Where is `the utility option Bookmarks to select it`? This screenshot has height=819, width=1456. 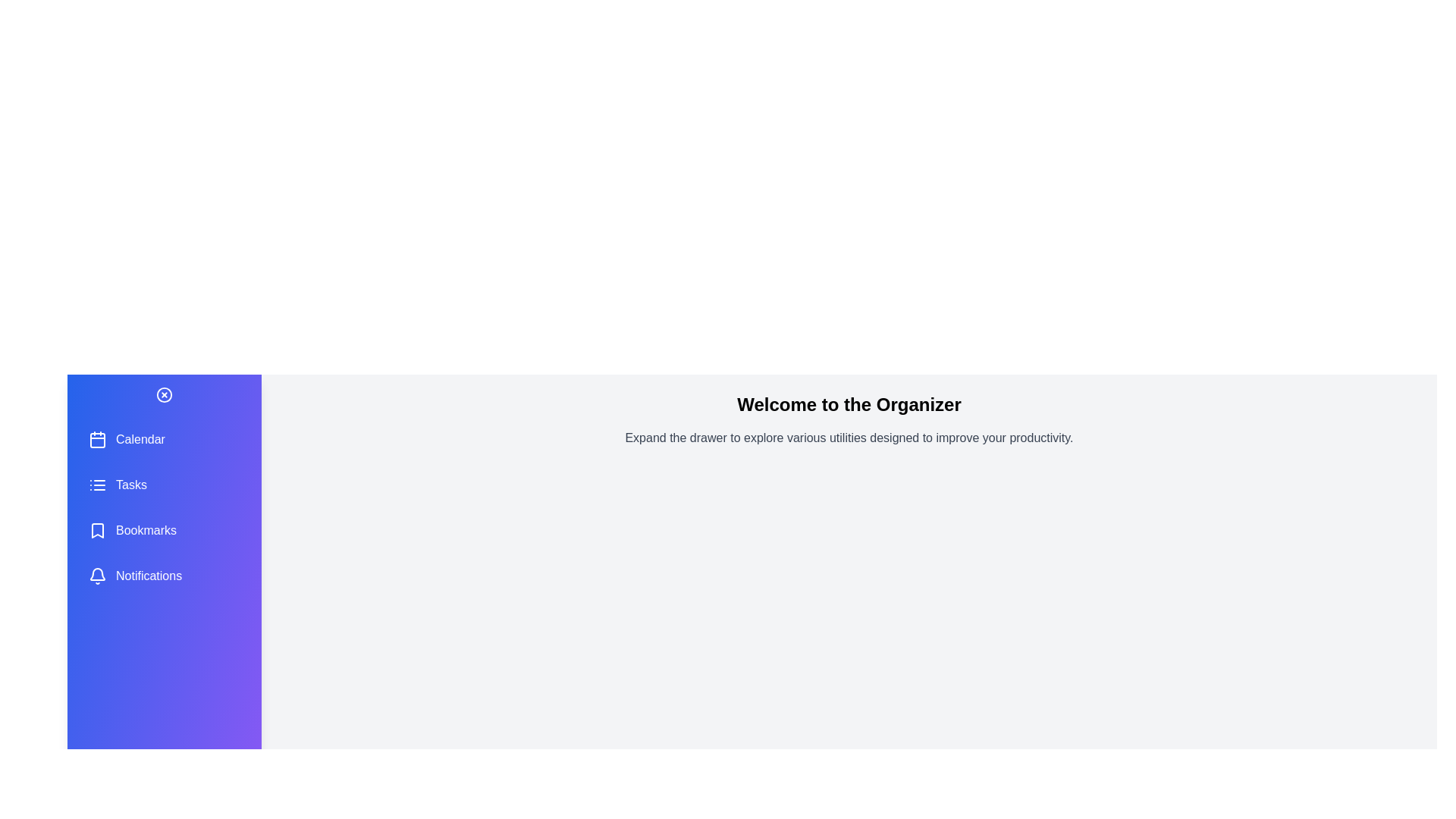
the utility option Bookmarks to select it is located at coordinates (164, 529).